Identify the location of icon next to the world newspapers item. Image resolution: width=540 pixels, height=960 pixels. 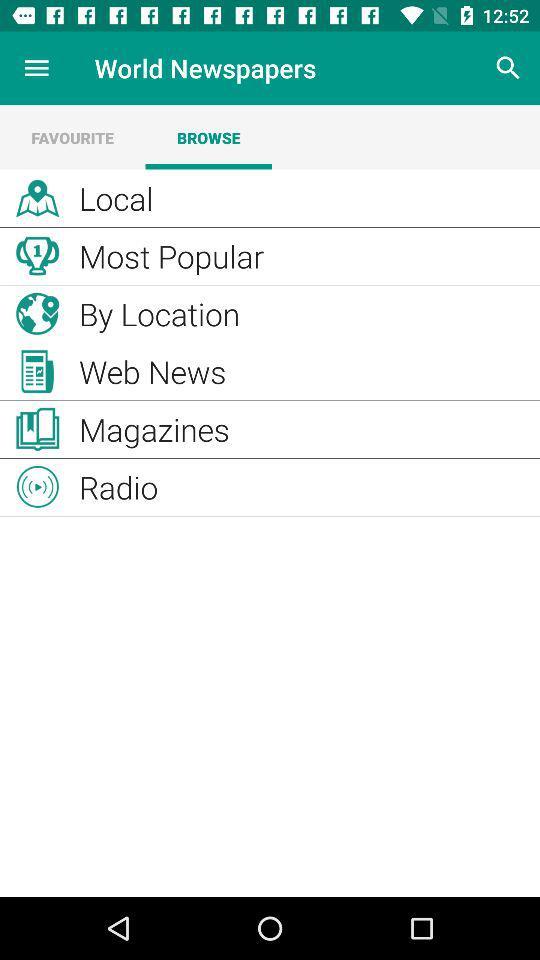
(36, 68).